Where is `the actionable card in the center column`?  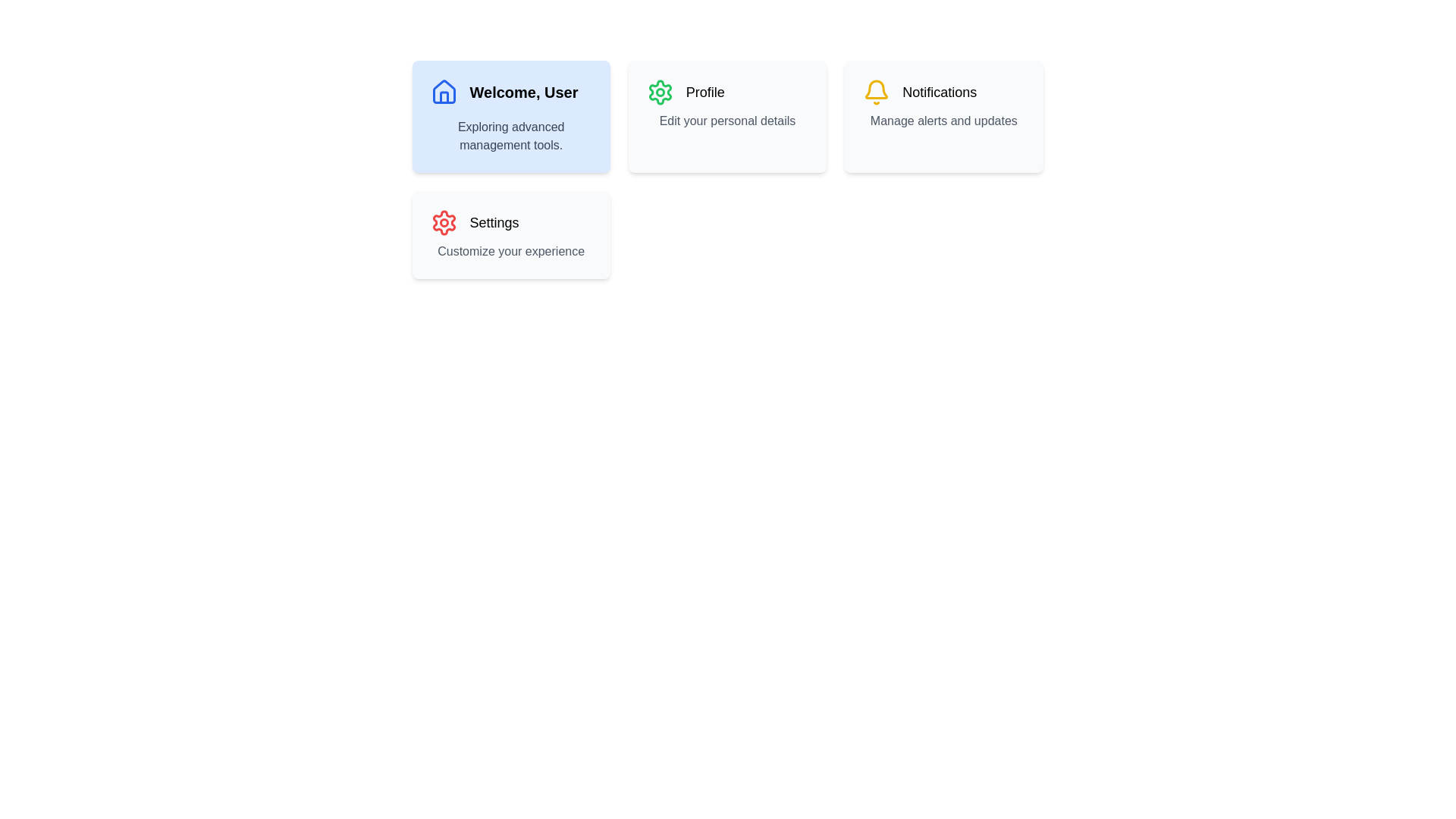 the actionable card in the center column is located at coordinates (726, 169).